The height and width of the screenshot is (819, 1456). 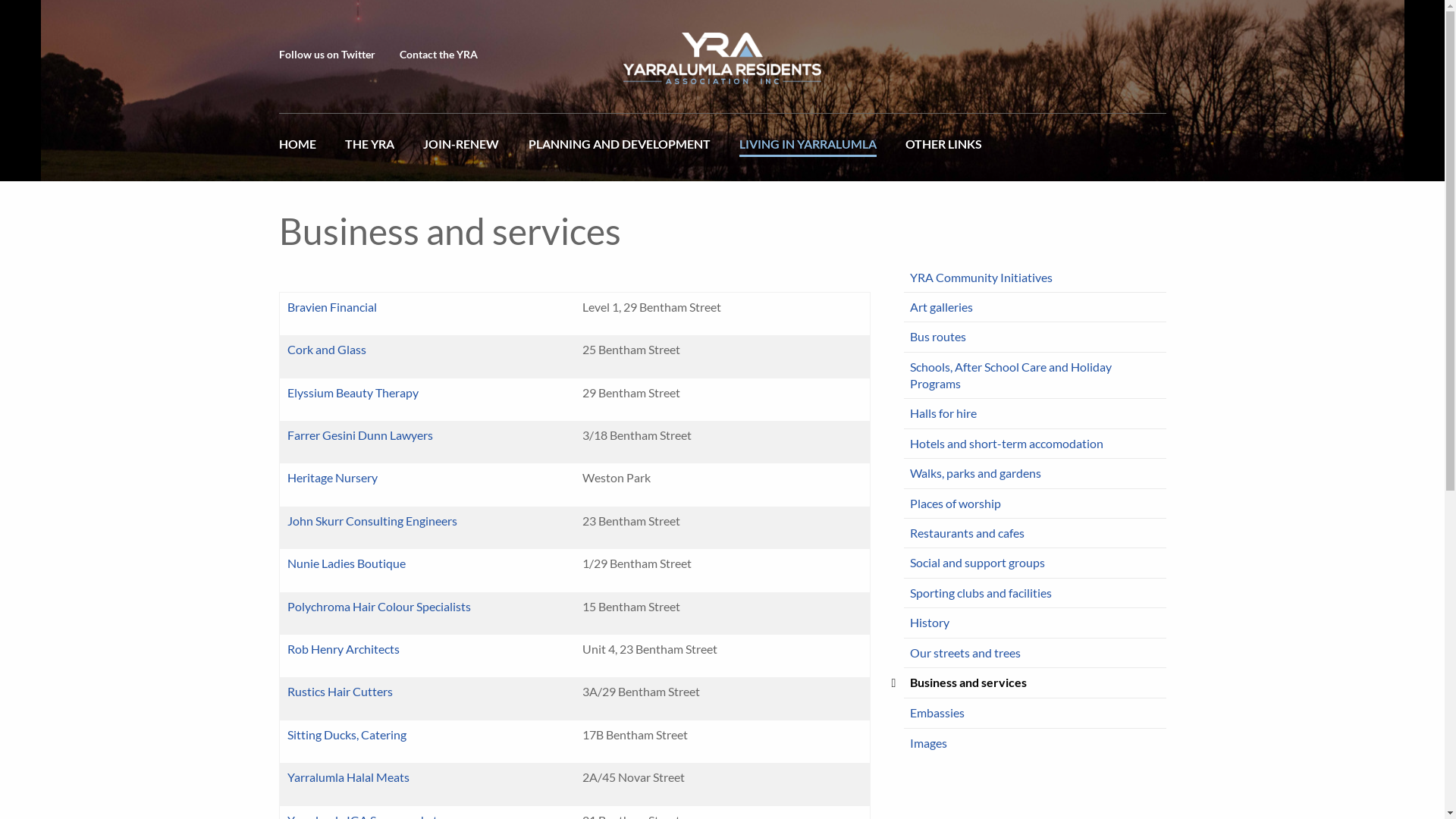 I want to click on 'Images', so click(x=1034, y=742).